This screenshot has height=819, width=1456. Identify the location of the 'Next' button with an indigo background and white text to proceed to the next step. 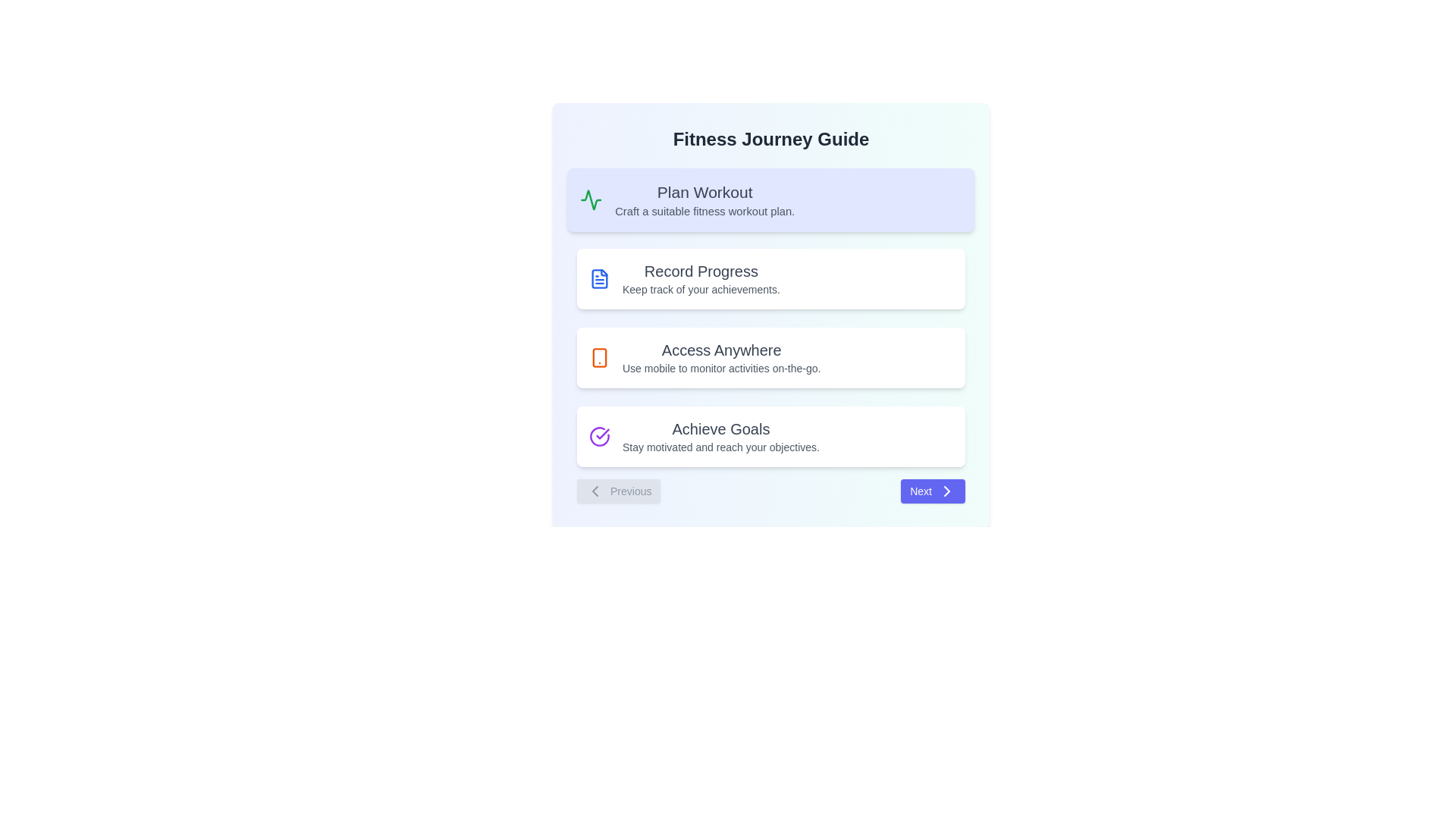
(932, 491).